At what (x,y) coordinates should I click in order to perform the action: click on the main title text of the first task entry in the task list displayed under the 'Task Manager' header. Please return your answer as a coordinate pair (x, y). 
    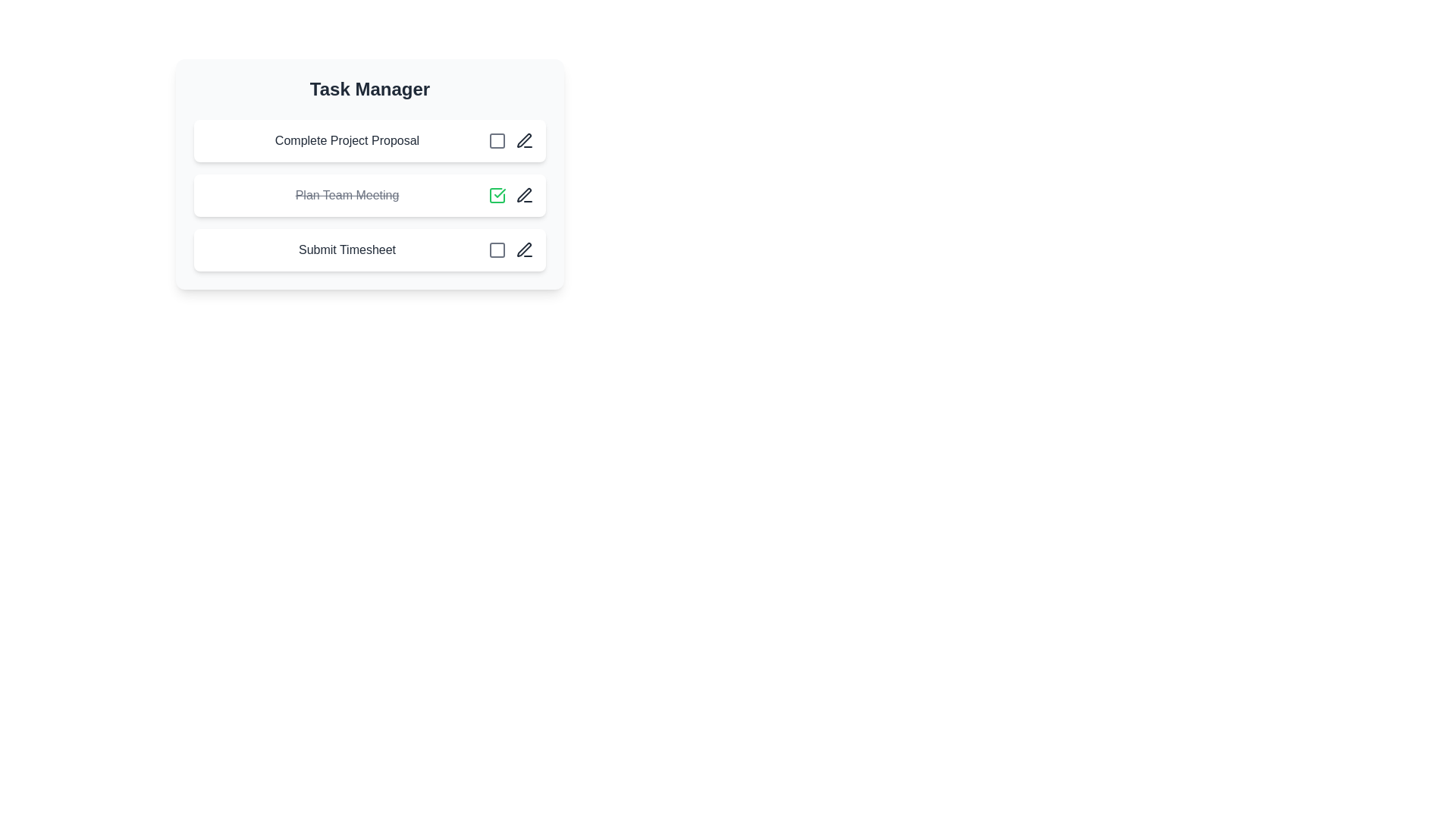
    Looking at the image, I should click on (346, 140).